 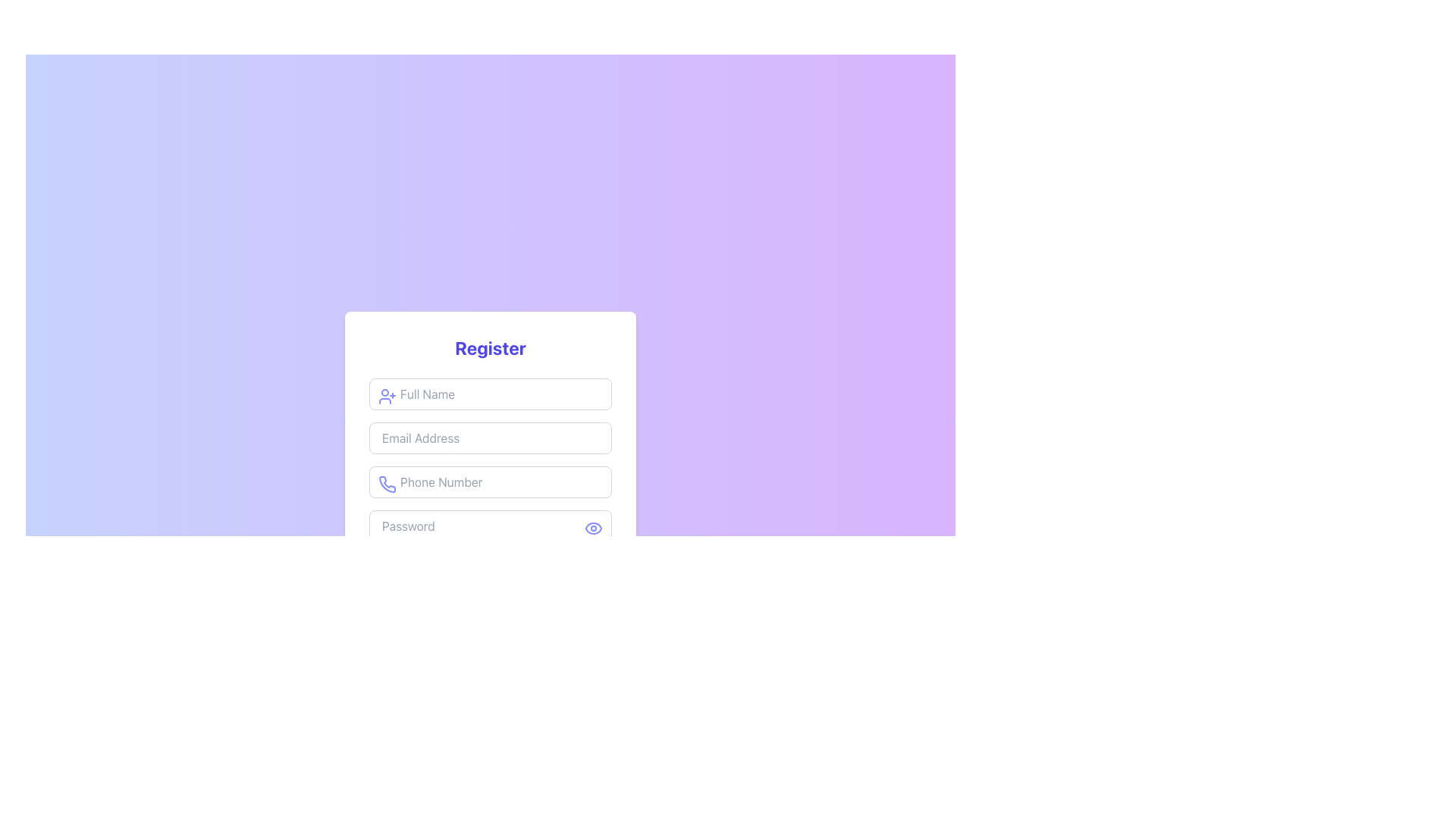 I want to click on the indigo blue phone icon located inside the 'Phone Number' input field at the top-left corner, preceding the placeholder text, so click(x=387, y=485).